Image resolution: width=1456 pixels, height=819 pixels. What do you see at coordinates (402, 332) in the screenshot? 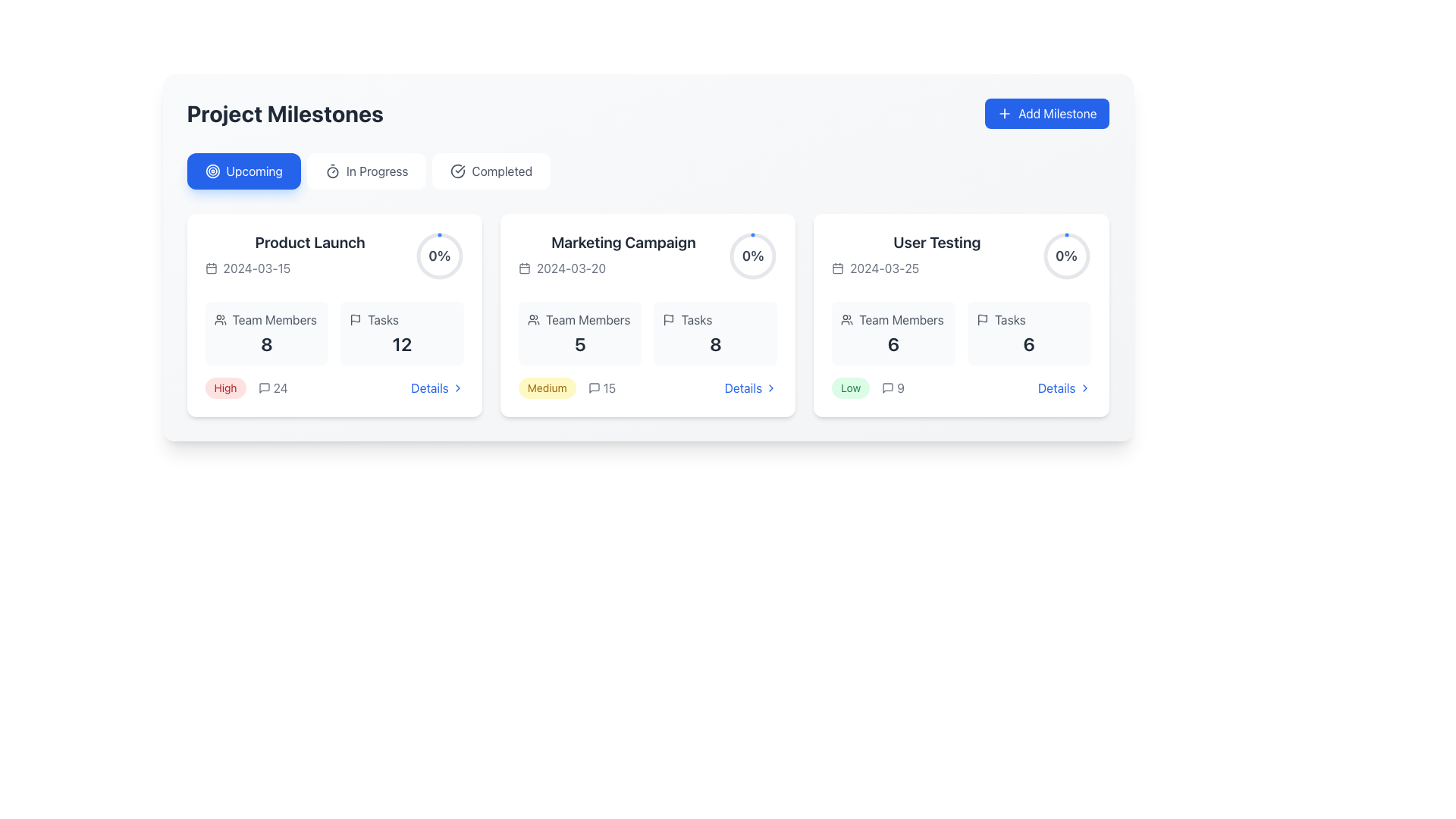
I see `the informational display panel indicating the total number of tasks associated with the 'Project Launch' milestone, positioned in the right grid cell of the 'Project Launch' section` at bounding box center [402, 332].